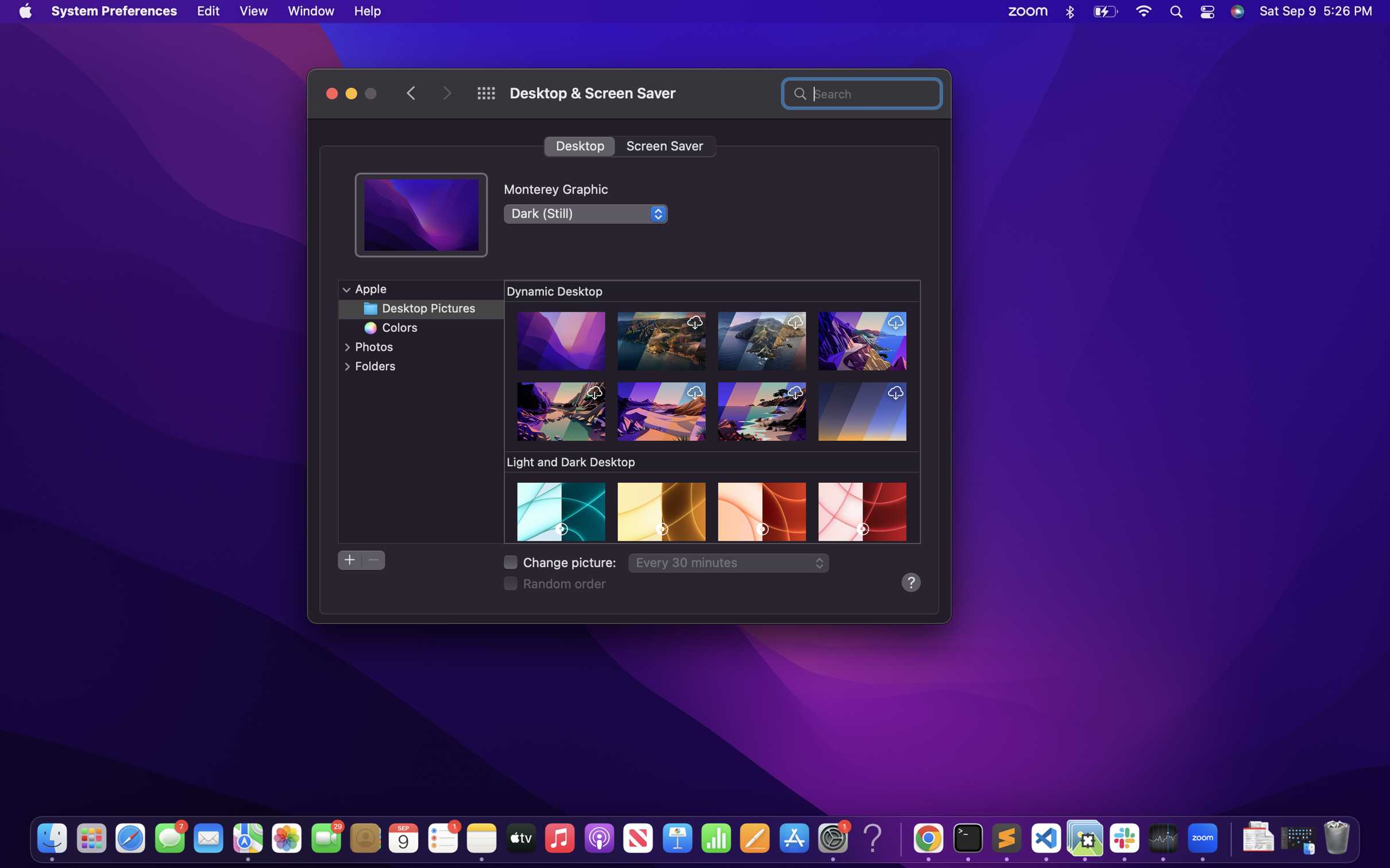 This screenshot has height=868, width=1390. I want to click on the search bar, so click(862, 92).